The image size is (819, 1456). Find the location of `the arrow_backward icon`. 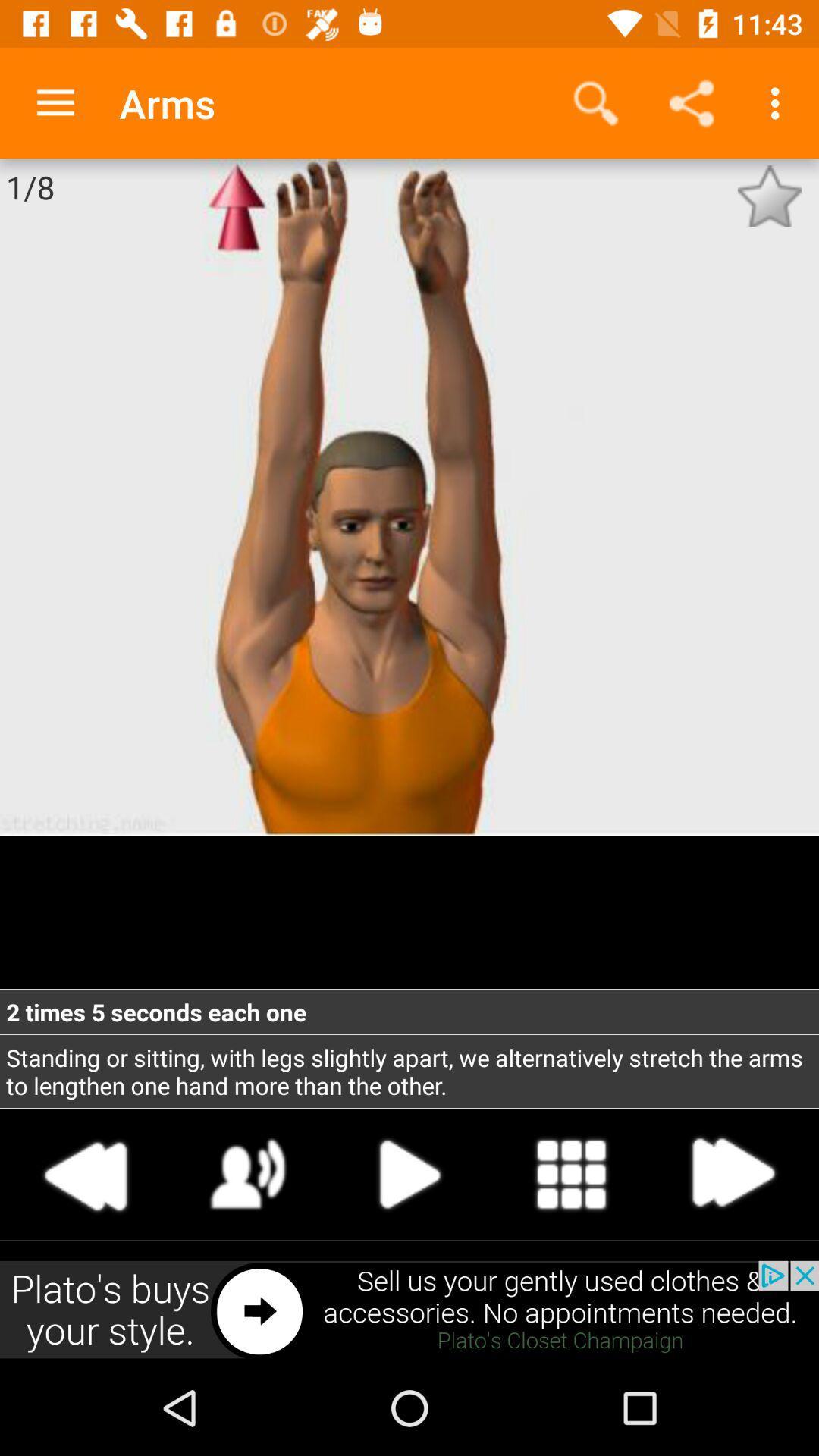

the arrow_backward icon is located at coordinates (86, 1173).